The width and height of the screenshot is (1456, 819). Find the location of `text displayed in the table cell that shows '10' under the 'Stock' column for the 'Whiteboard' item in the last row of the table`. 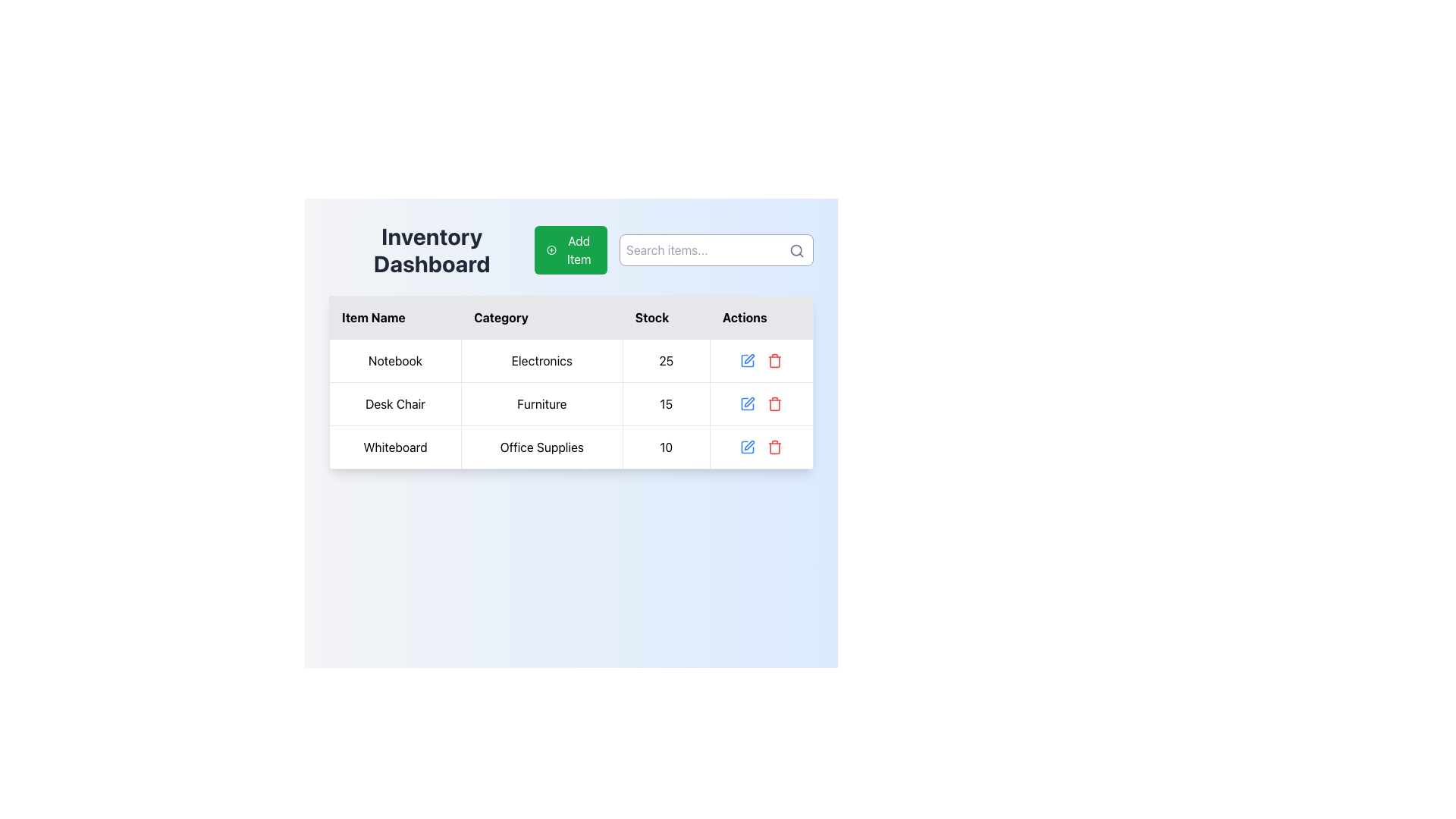

text displayed in the table cell that shows '10' under the 'Stock' column for the 'Whiteboard' item in the last row of the table is located at coordinates (666, 447).